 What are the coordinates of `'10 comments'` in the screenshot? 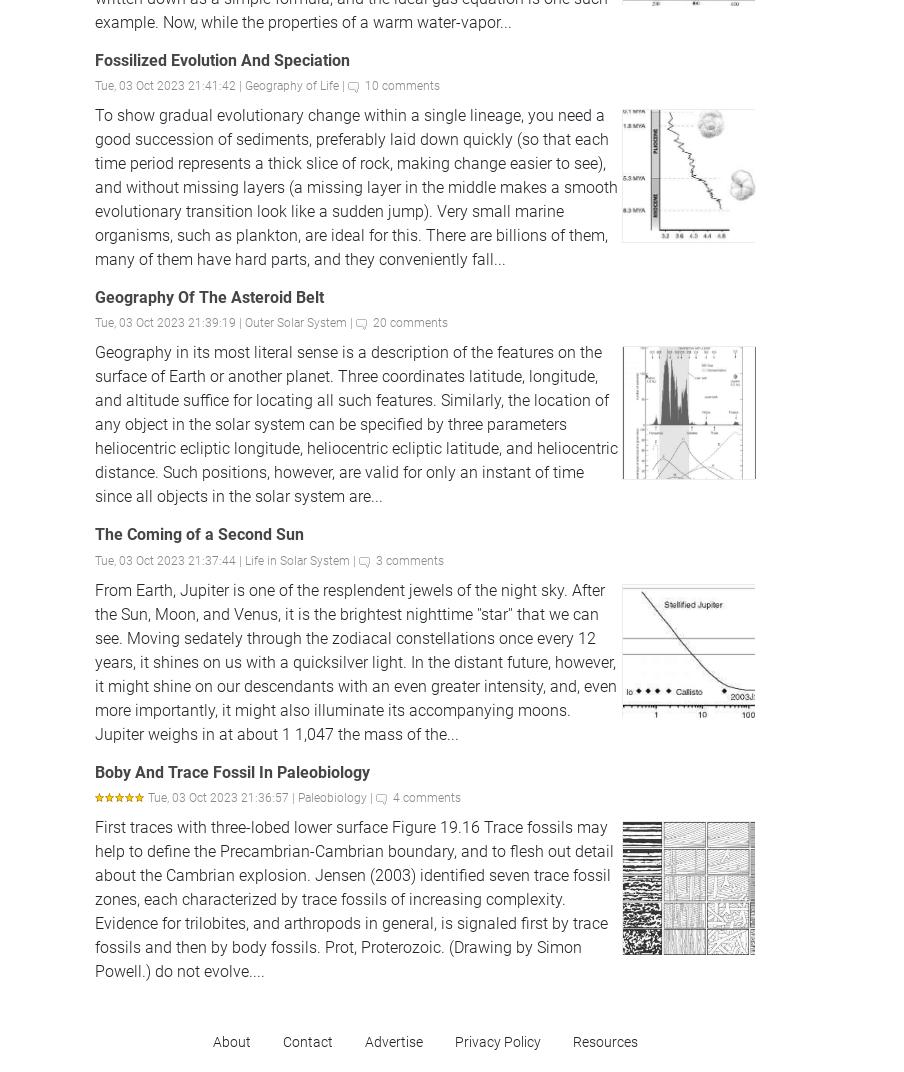 It's located at (402, 85).